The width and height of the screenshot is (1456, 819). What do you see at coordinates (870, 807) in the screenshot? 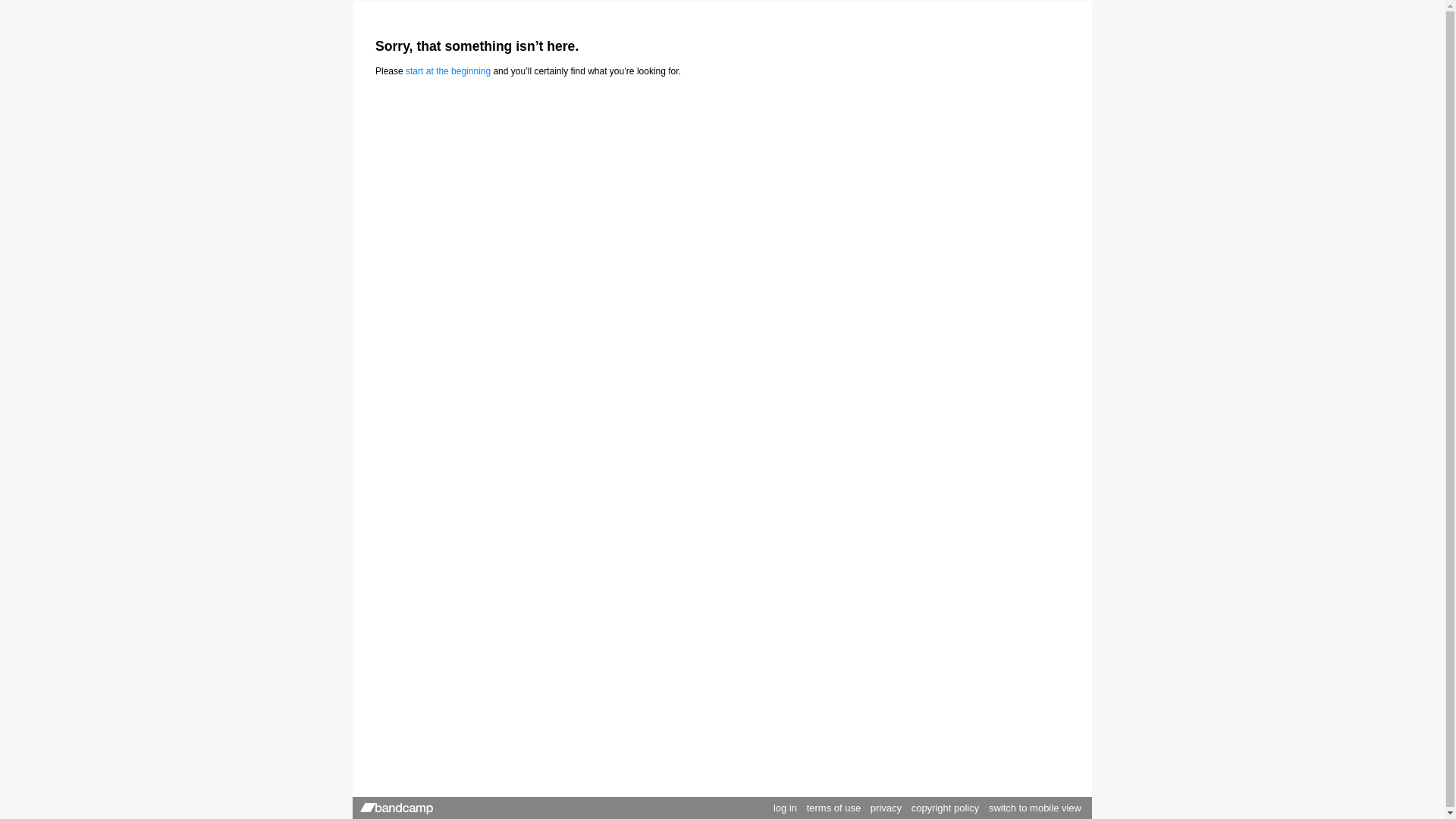
I see `'privacy'` at bounding box center [870, 807].